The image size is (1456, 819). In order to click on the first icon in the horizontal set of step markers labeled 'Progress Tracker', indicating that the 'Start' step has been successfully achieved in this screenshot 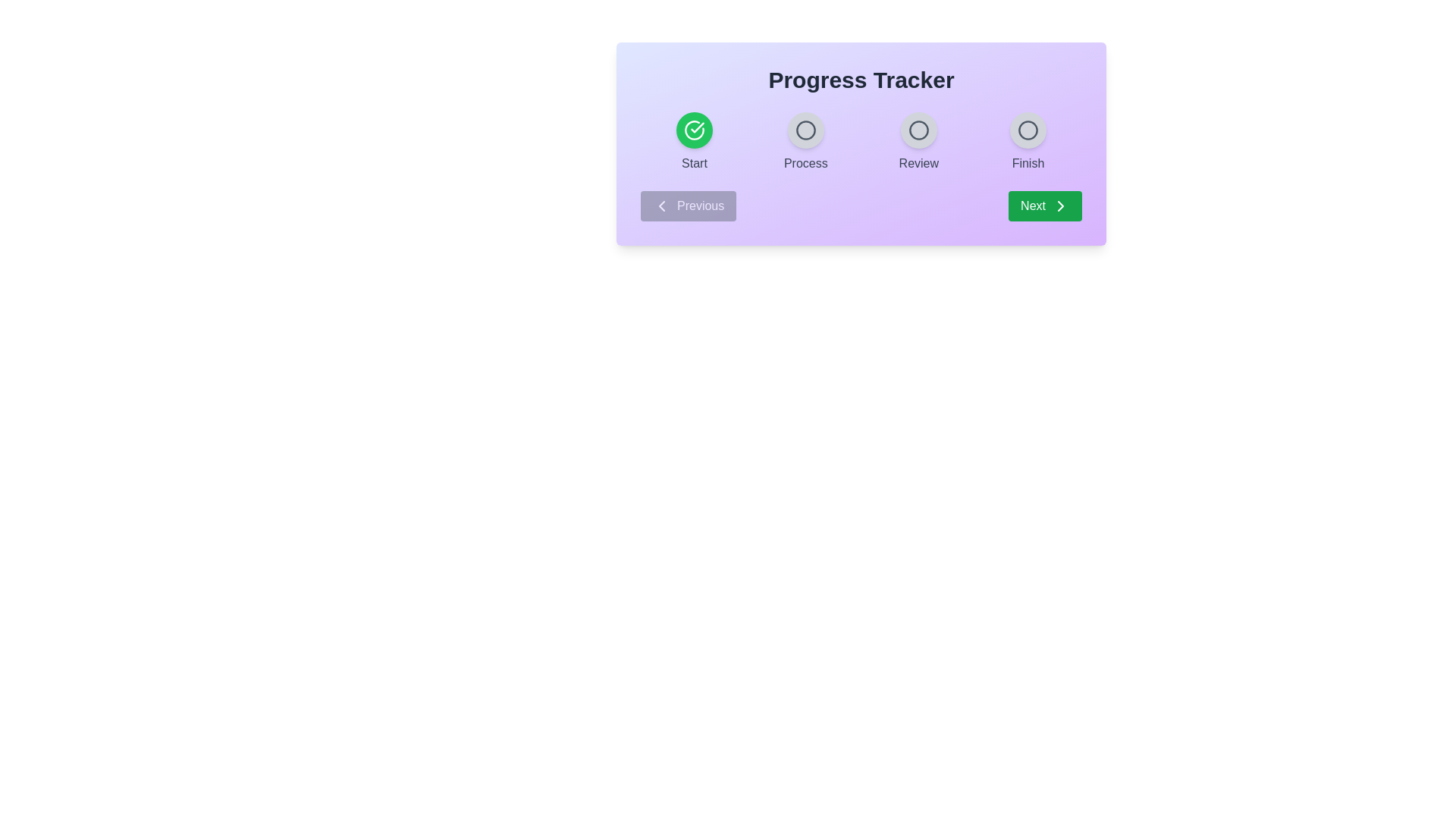, I will do `click(694, 130)`.